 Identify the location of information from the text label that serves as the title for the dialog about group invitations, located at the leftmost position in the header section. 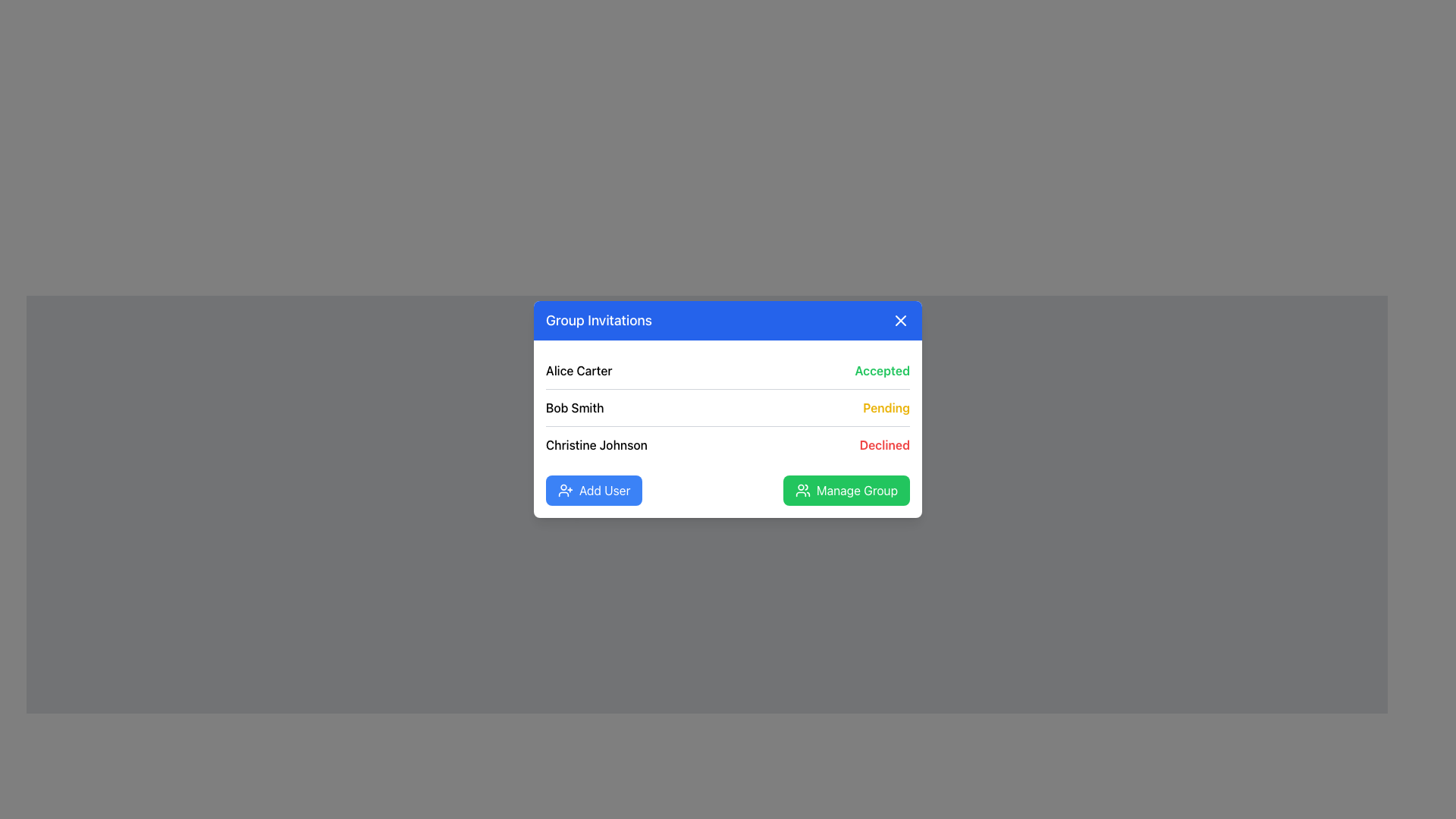
(598, 320).